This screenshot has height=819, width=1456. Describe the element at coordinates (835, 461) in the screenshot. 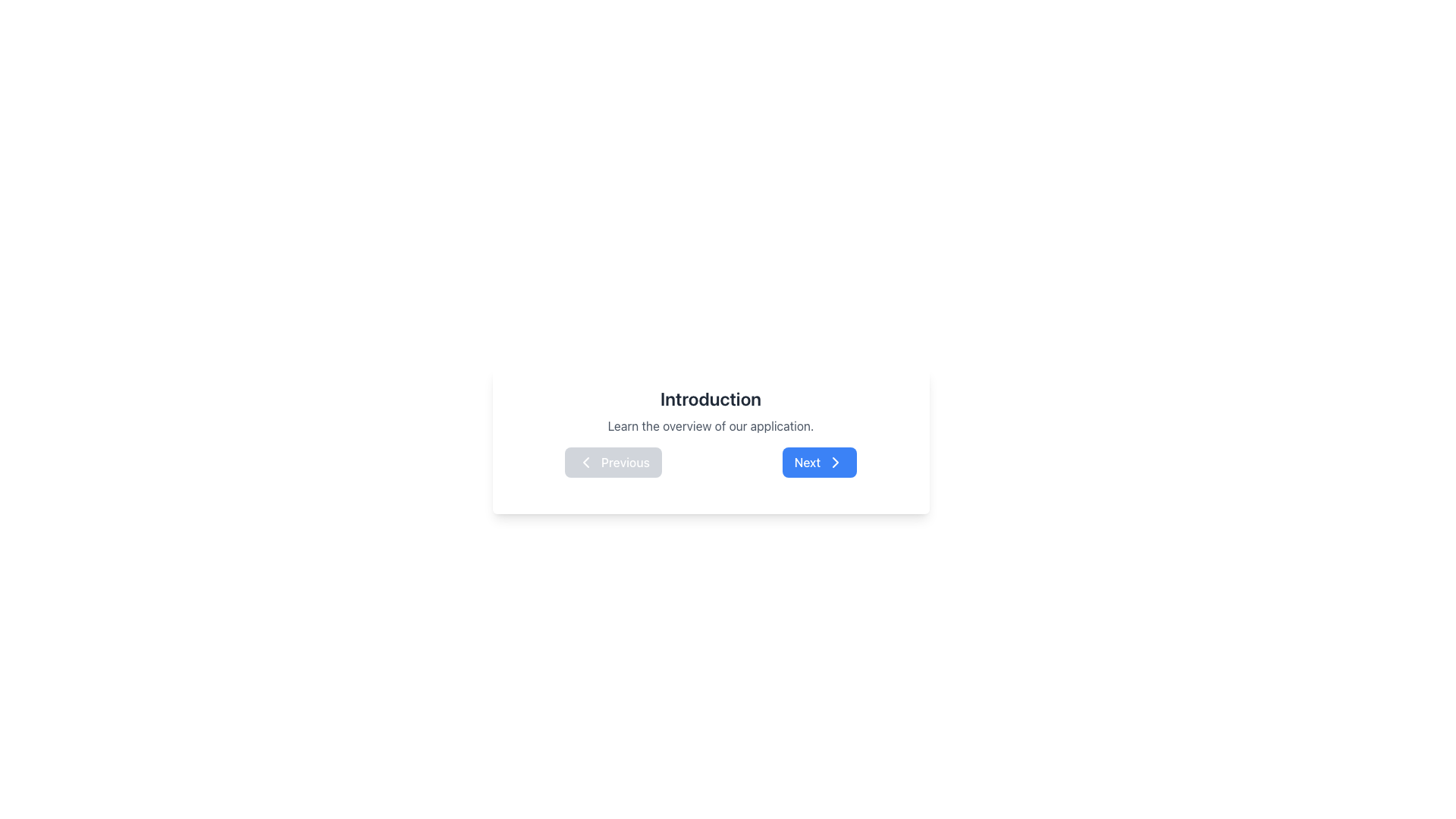

I see `the visual indicator icon located inside the 'Next' button to proceed to the next step` at that location.